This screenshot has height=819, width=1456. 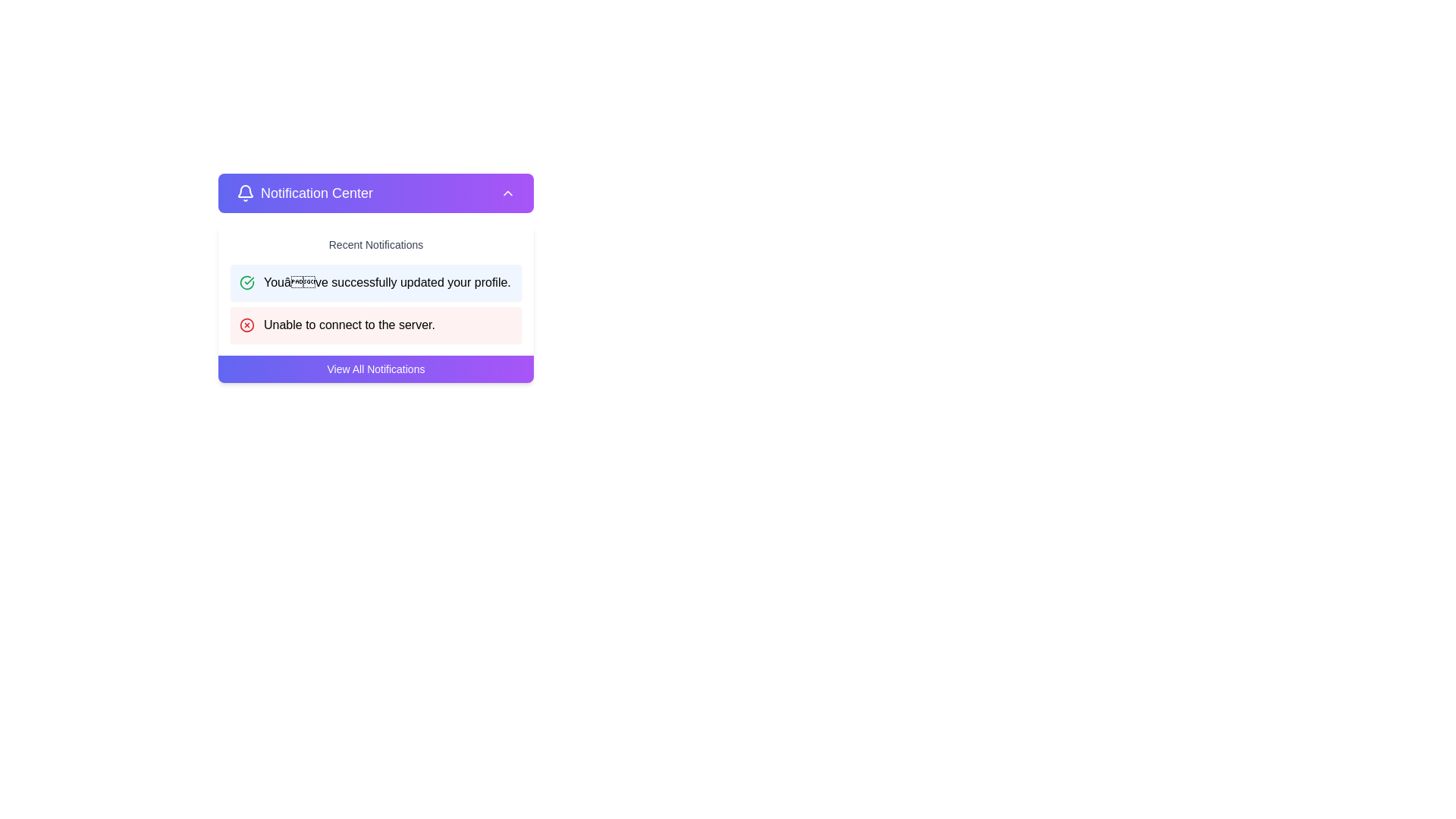 What do you see at coordinates (375, 369) in the screenshot?
I see `the notifications button located at the bottom of the notification panel` at bounding box center [375, 369].